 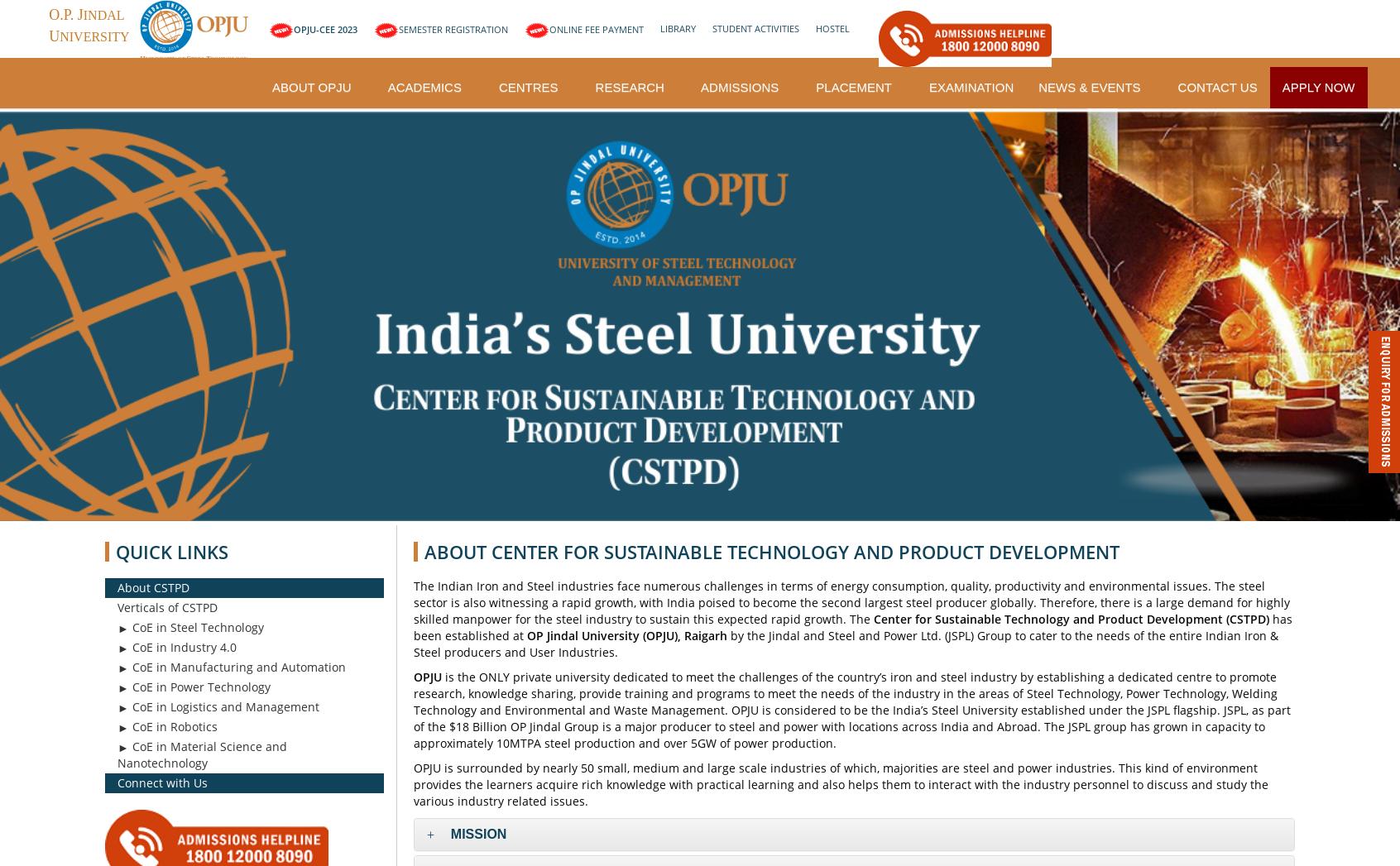 What do you see at coordinates (183, 646) in the screenshot?
I see `'CoE in Industry 4.0'` at bounding box center [183, 646].